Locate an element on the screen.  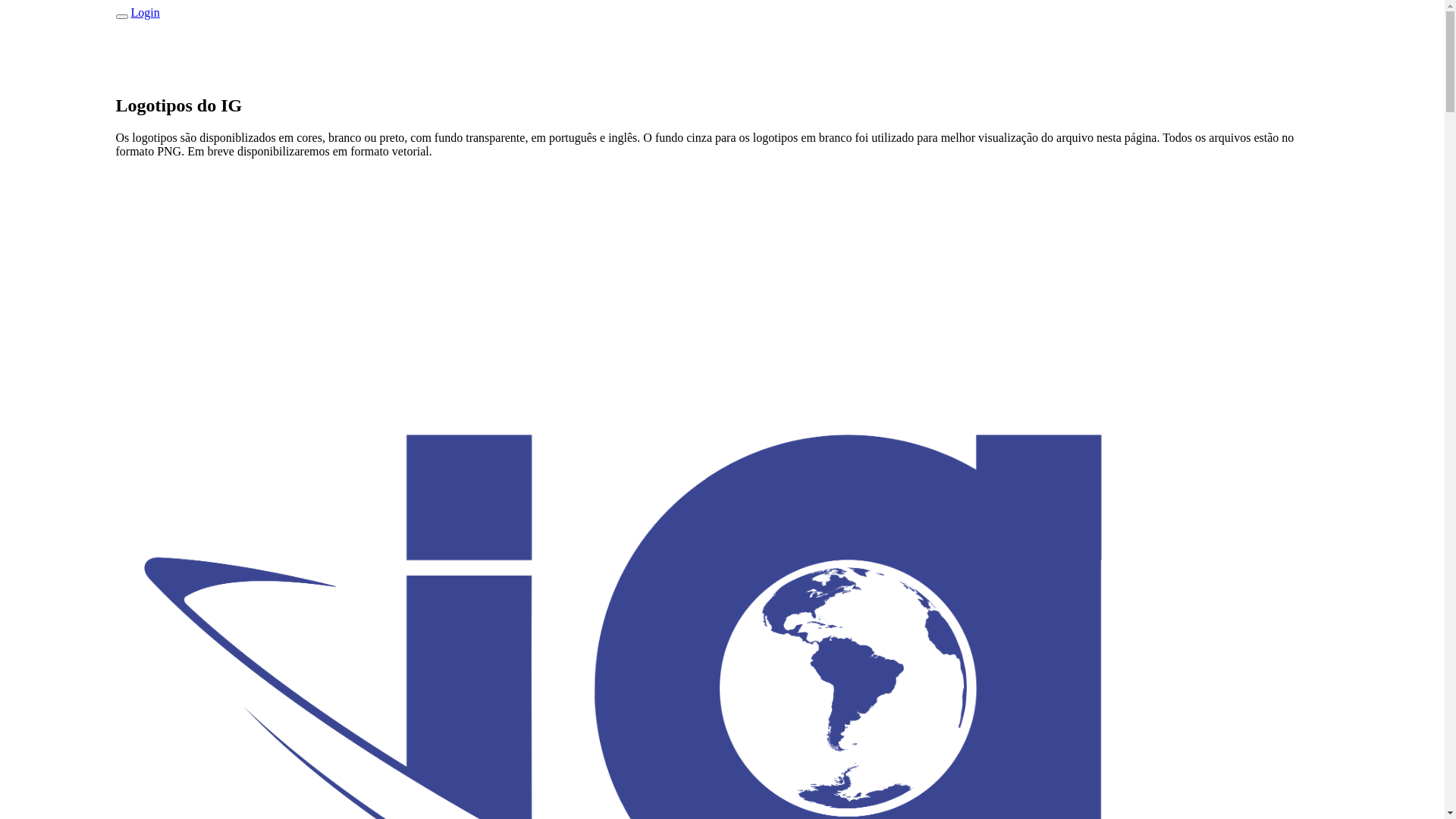
'Login' is located at coordinates (145, 12).